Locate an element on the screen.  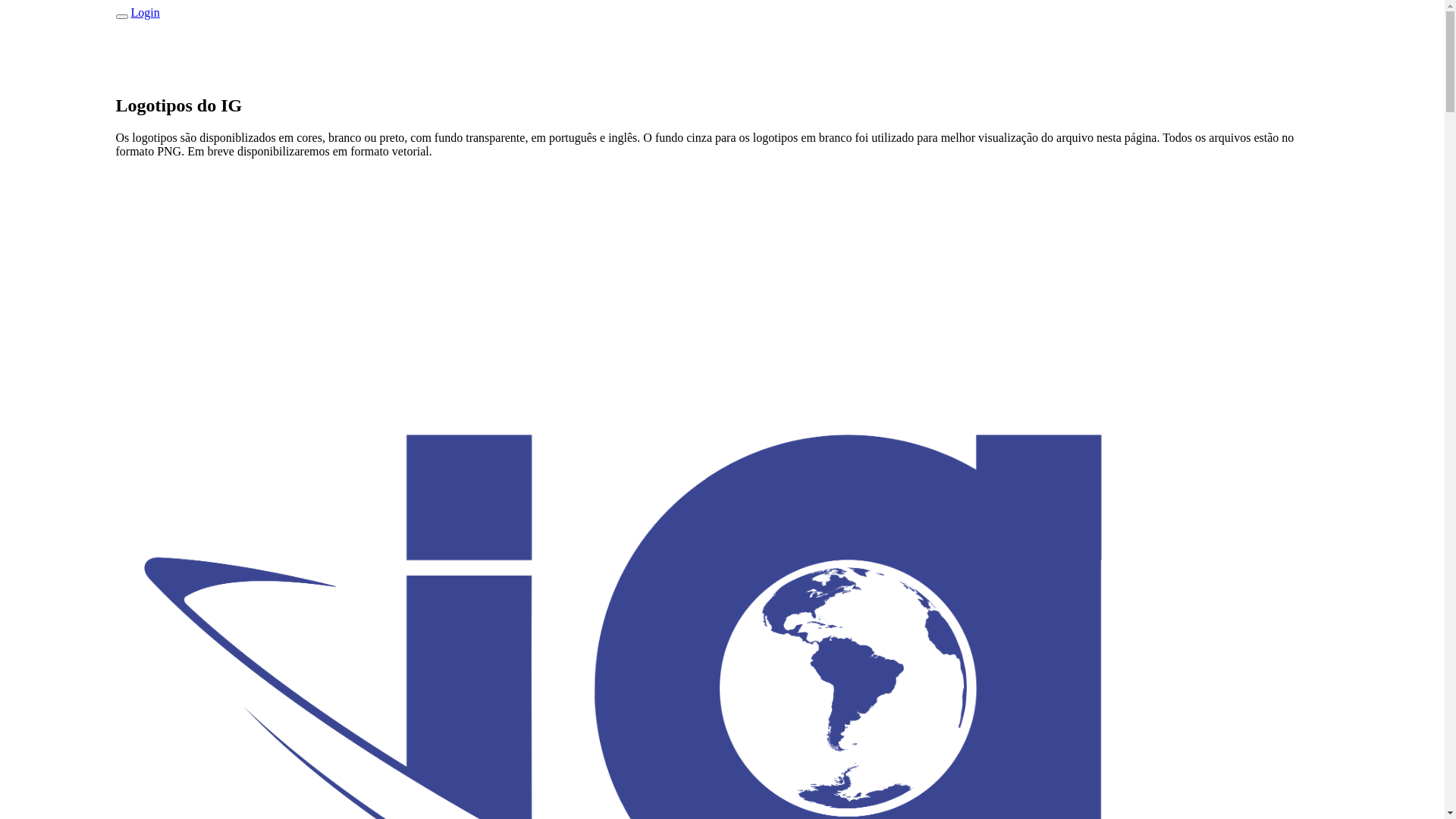
'Login' is located at coordinates (145, 12).